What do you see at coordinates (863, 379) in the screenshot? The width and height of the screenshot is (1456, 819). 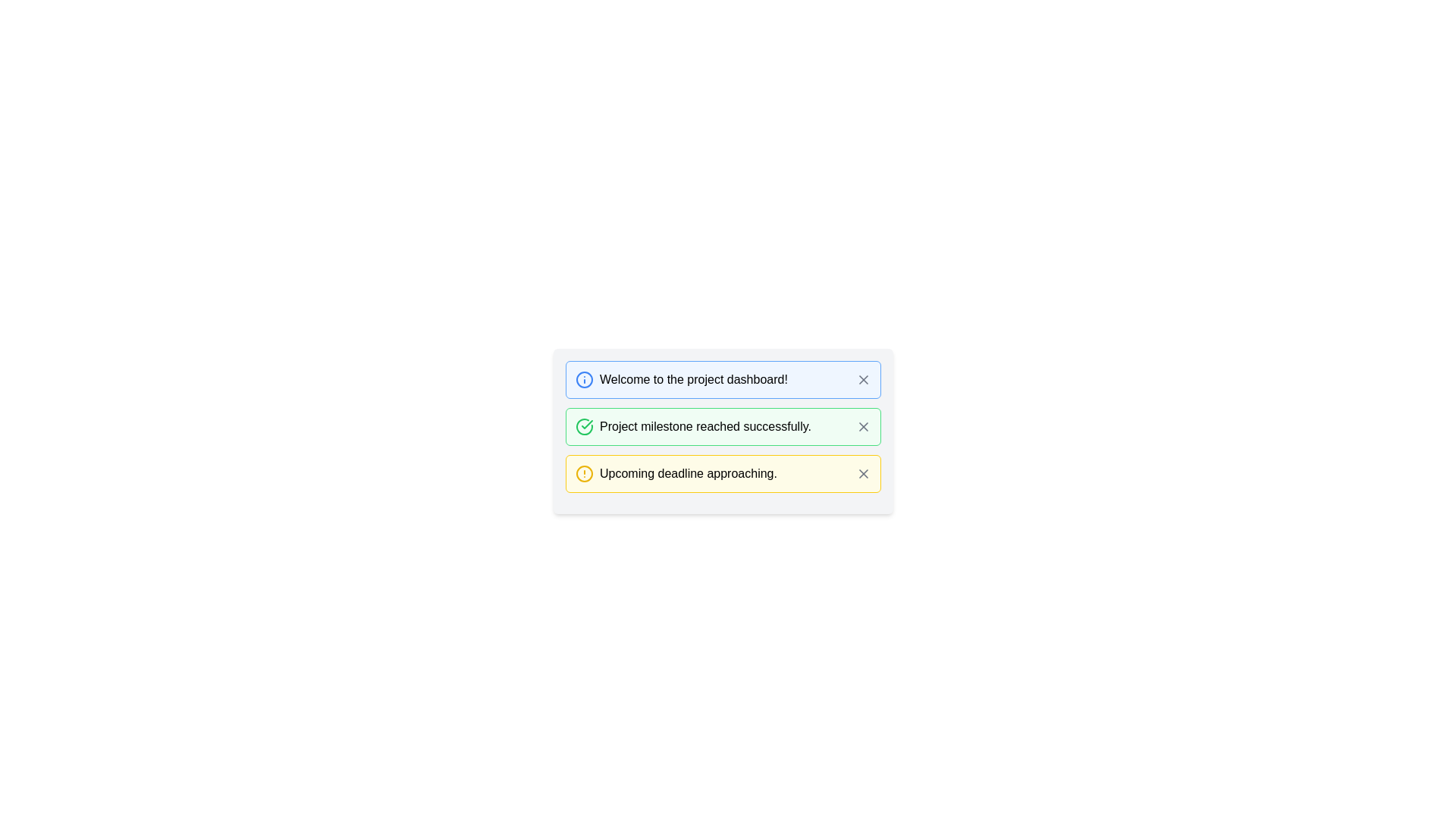 I see `the close icon button located in the top right corner of the blue notification box that contains the text 'Welcome to the project dashboard!'` at bounding box center [863, 379].